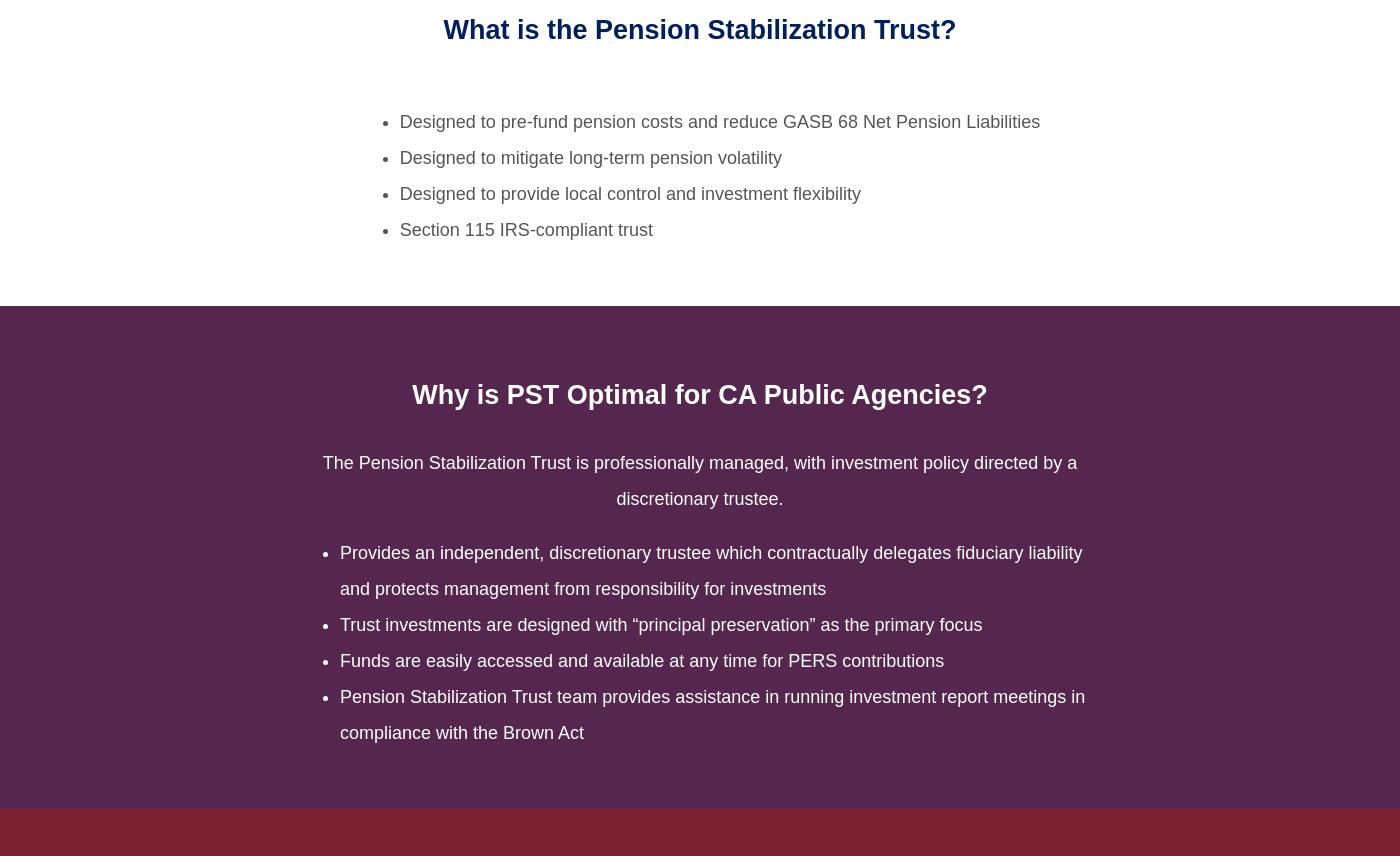 The height and width of the screenshot is (856, 1400). I want to click on 'What is the Pension Stabilization Trust?', so click(442, 29).